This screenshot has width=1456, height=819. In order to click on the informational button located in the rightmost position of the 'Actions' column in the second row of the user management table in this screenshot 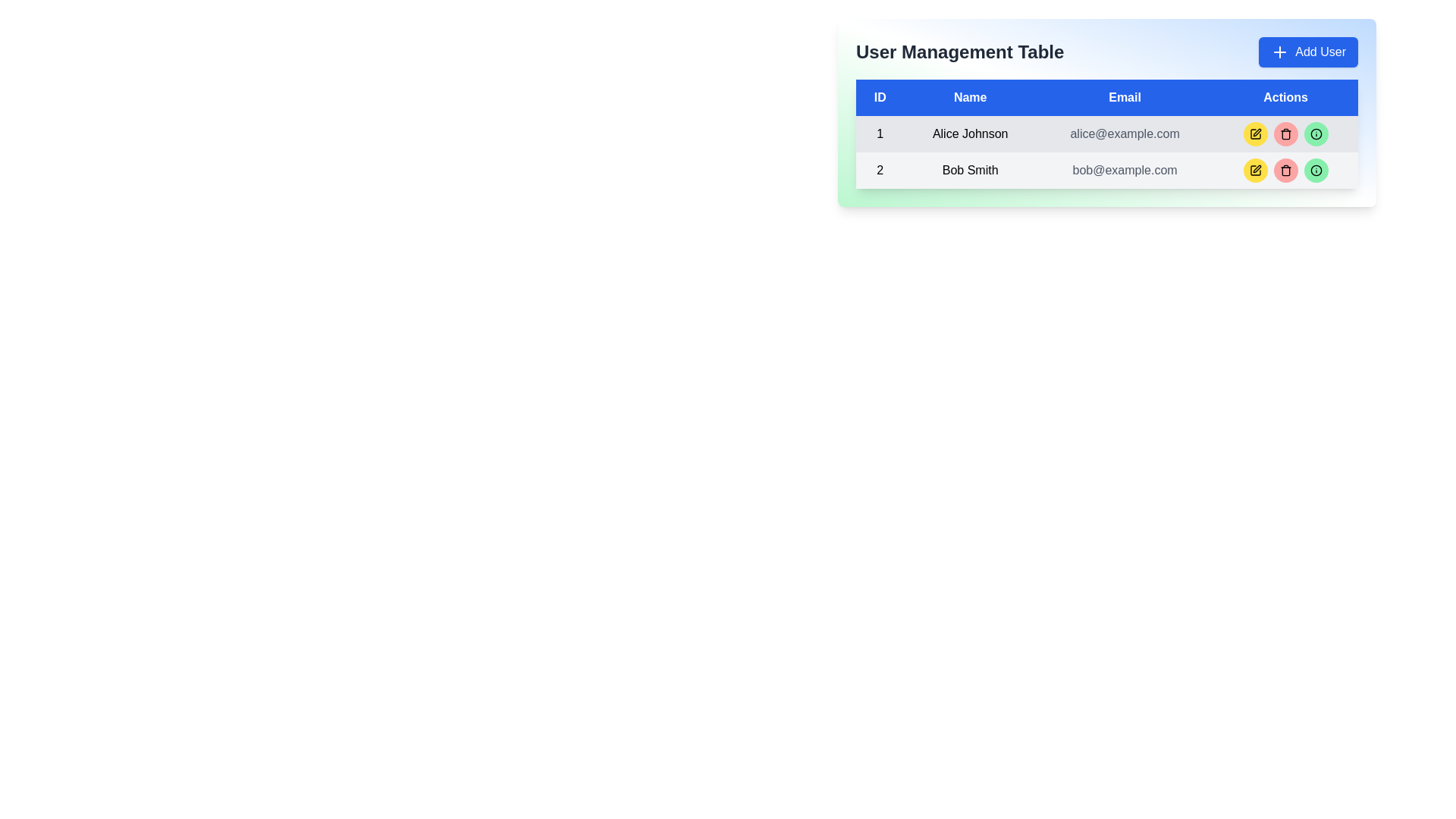, I will do `click(1315, 170)`.